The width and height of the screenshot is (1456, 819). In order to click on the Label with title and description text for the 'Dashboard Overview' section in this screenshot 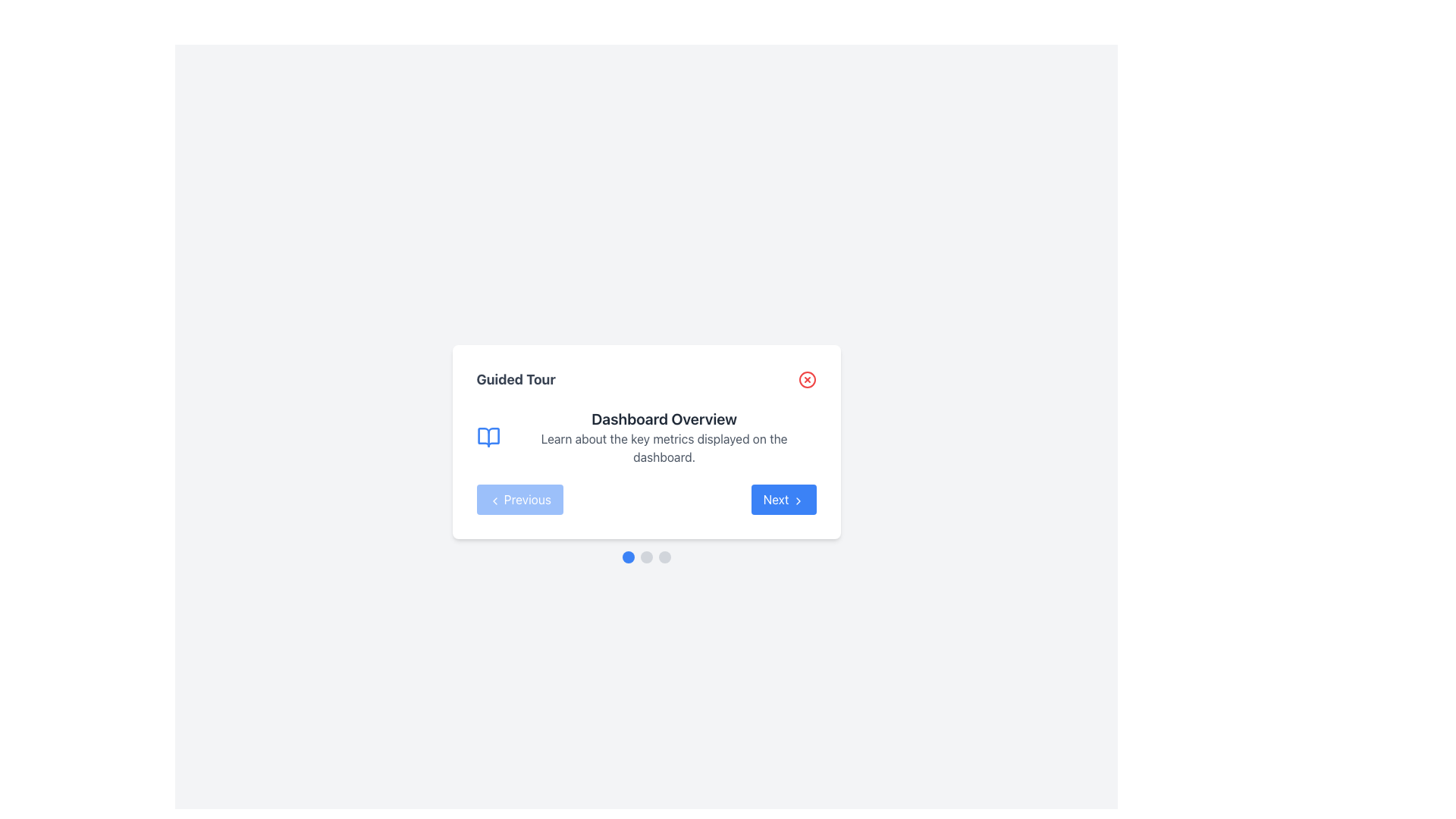, I will do `click(664, 438)`.